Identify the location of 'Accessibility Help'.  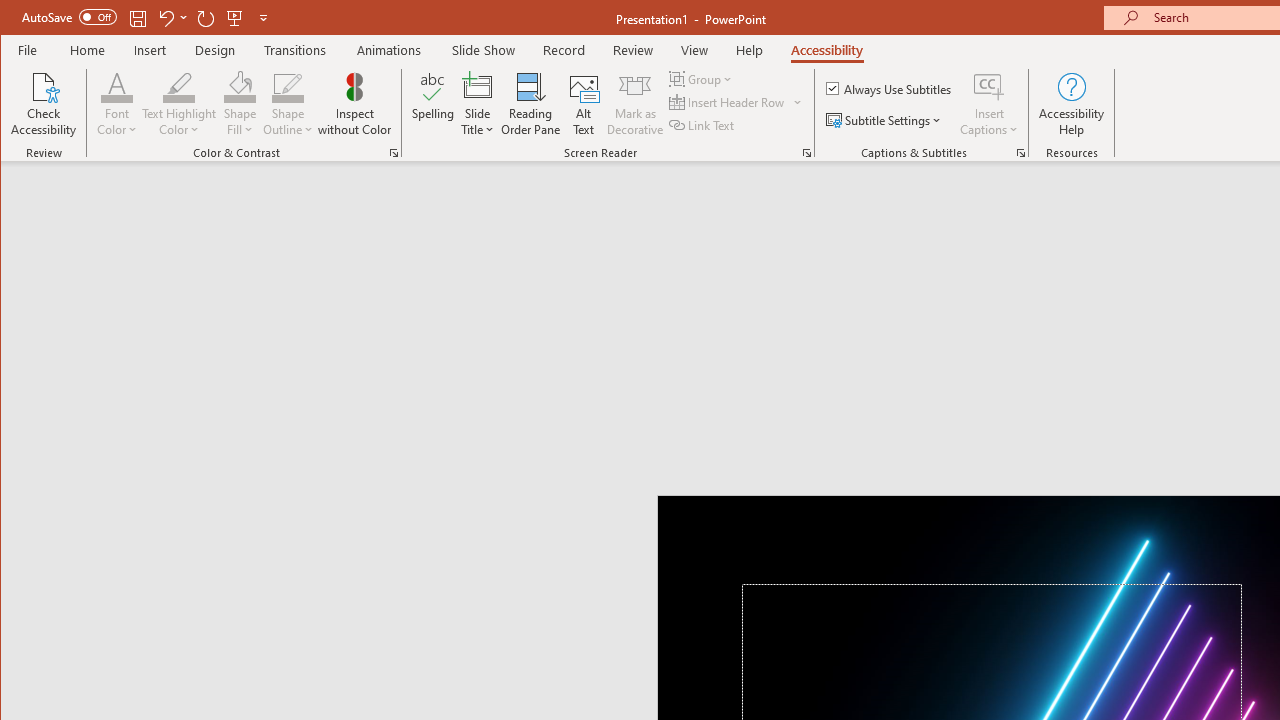
(1071, 104).